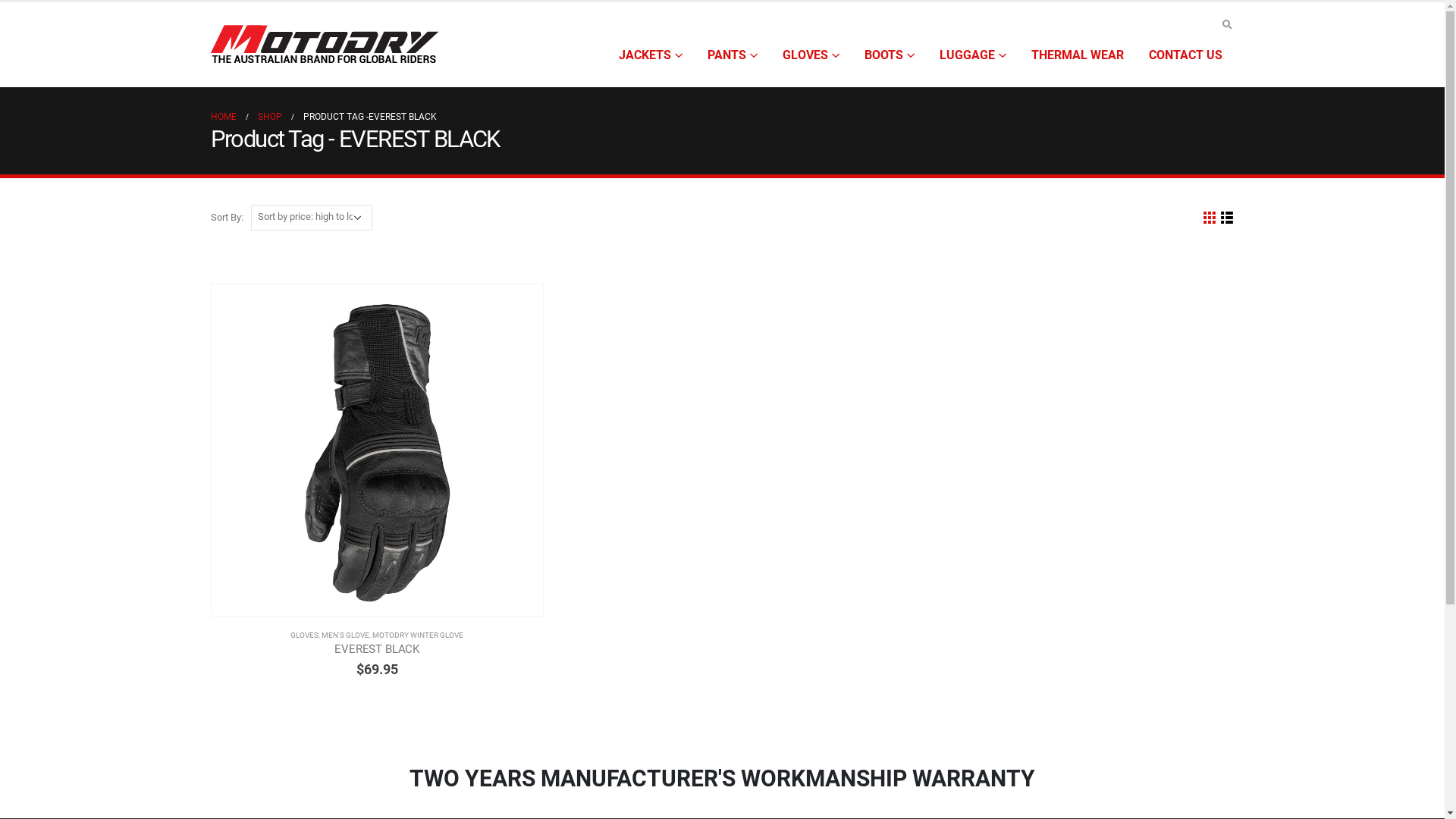  Describe the element at coordinates (971, 55) in the screenshot. I see `'LUGGAGE'` at that location.